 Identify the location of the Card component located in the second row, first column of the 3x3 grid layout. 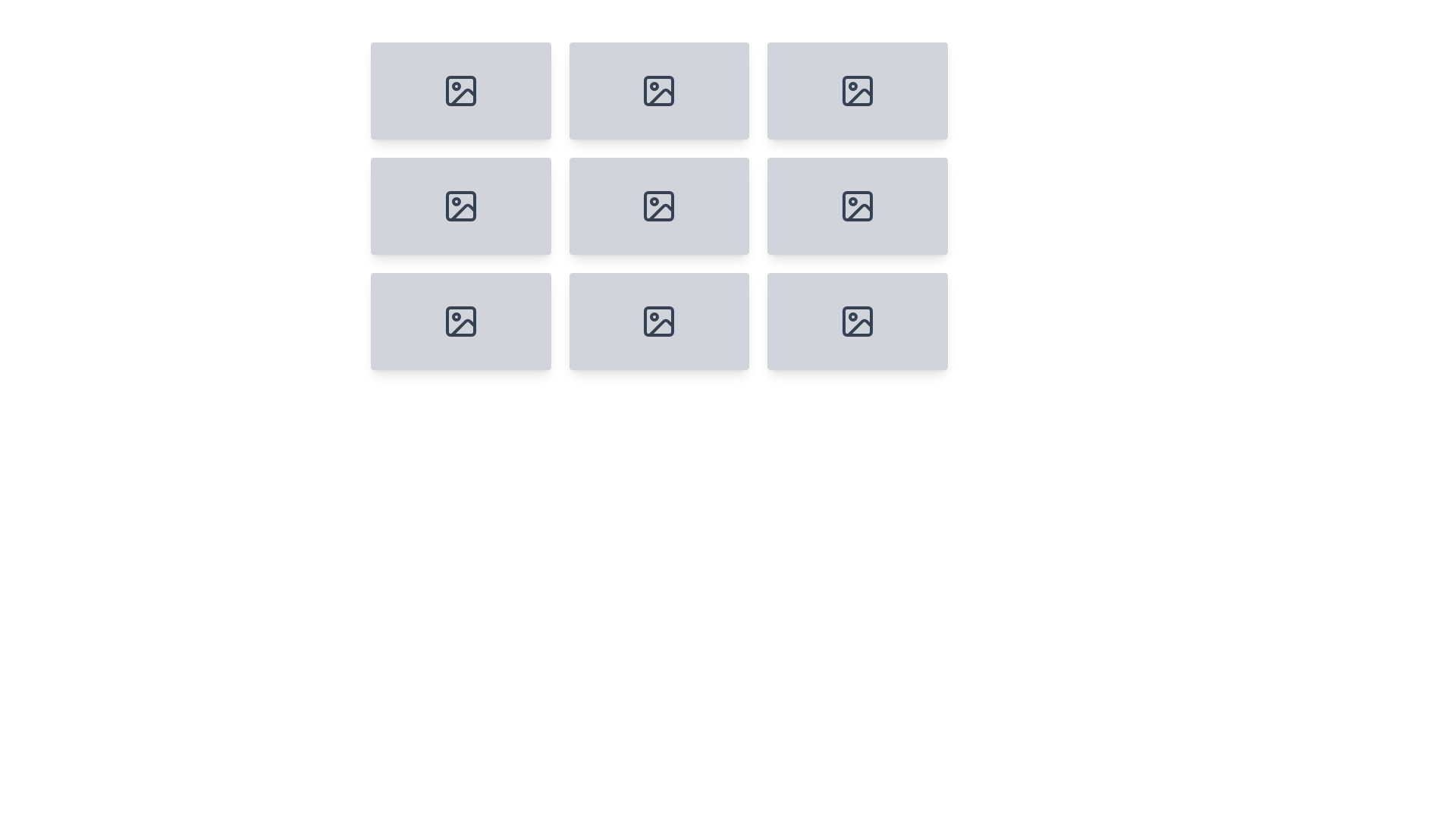
(460, 206).